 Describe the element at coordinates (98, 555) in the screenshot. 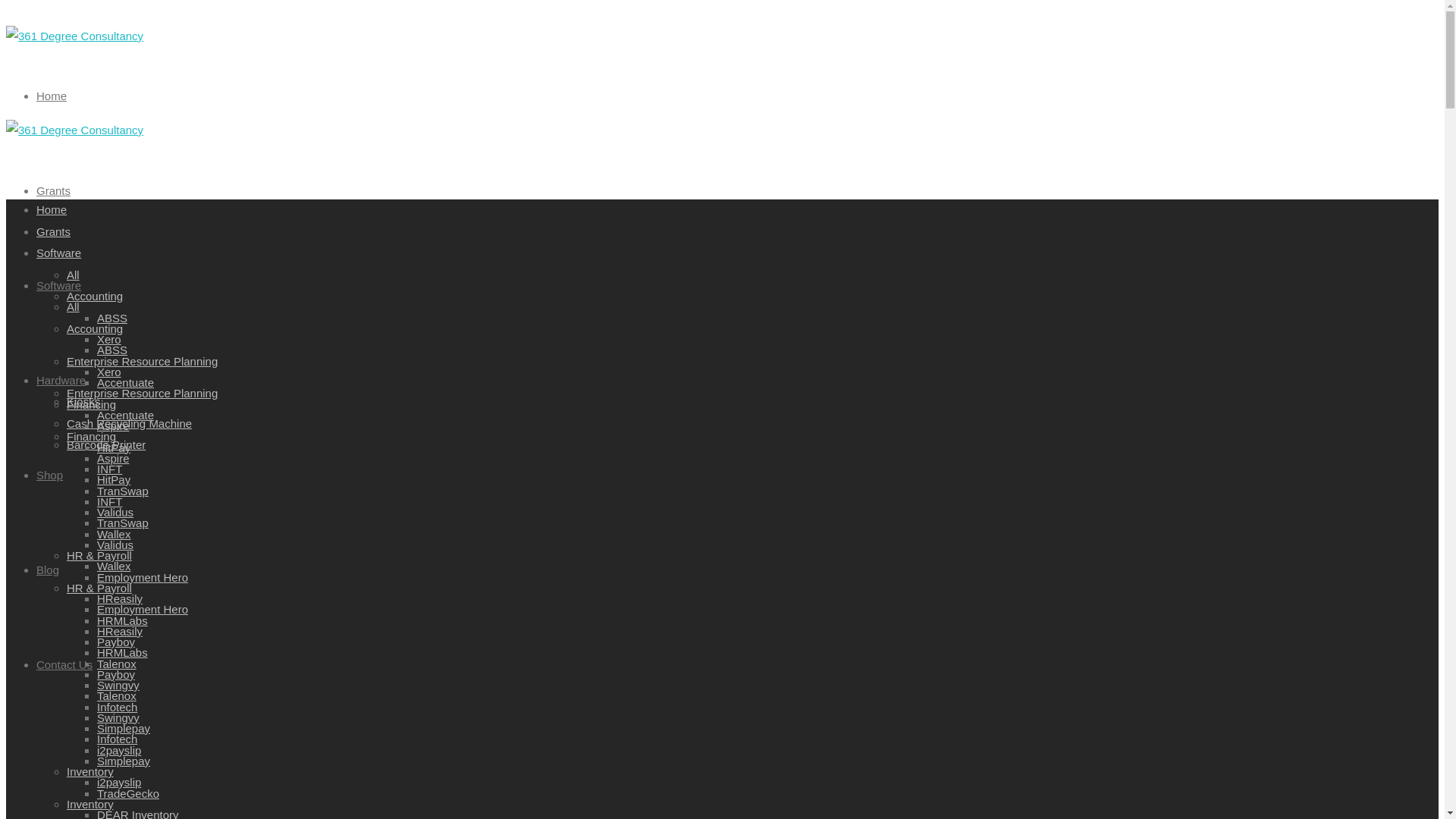

I see `'HR & Payroll'` at that location.